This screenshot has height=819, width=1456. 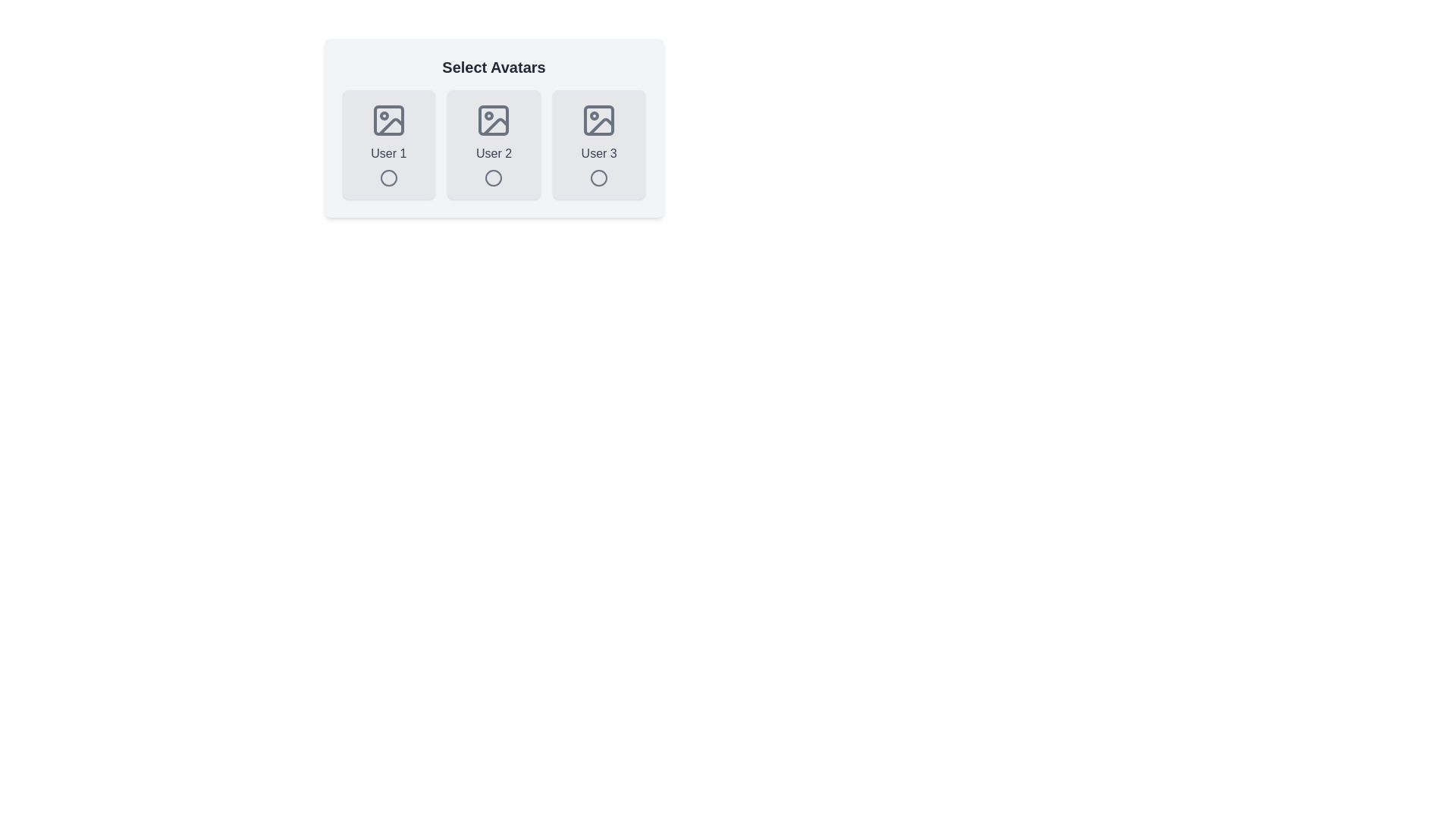 I want to click on the avatar corresponding to User 1, so click(x=388, y=145).